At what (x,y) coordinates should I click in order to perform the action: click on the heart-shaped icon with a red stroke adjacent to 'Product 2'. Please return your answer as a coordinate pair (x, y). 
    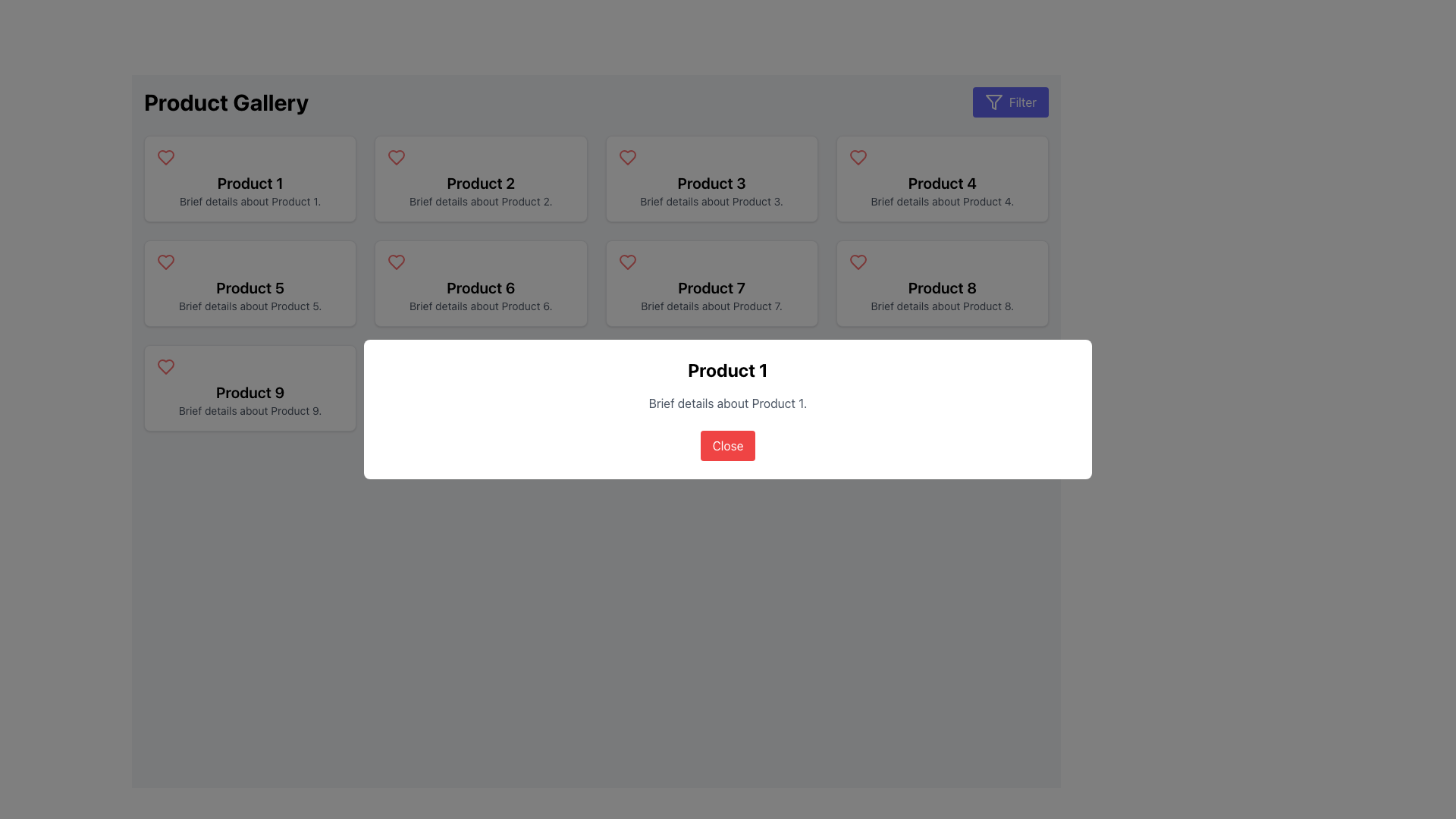
    Looking at the image, I should click on (397, 158).